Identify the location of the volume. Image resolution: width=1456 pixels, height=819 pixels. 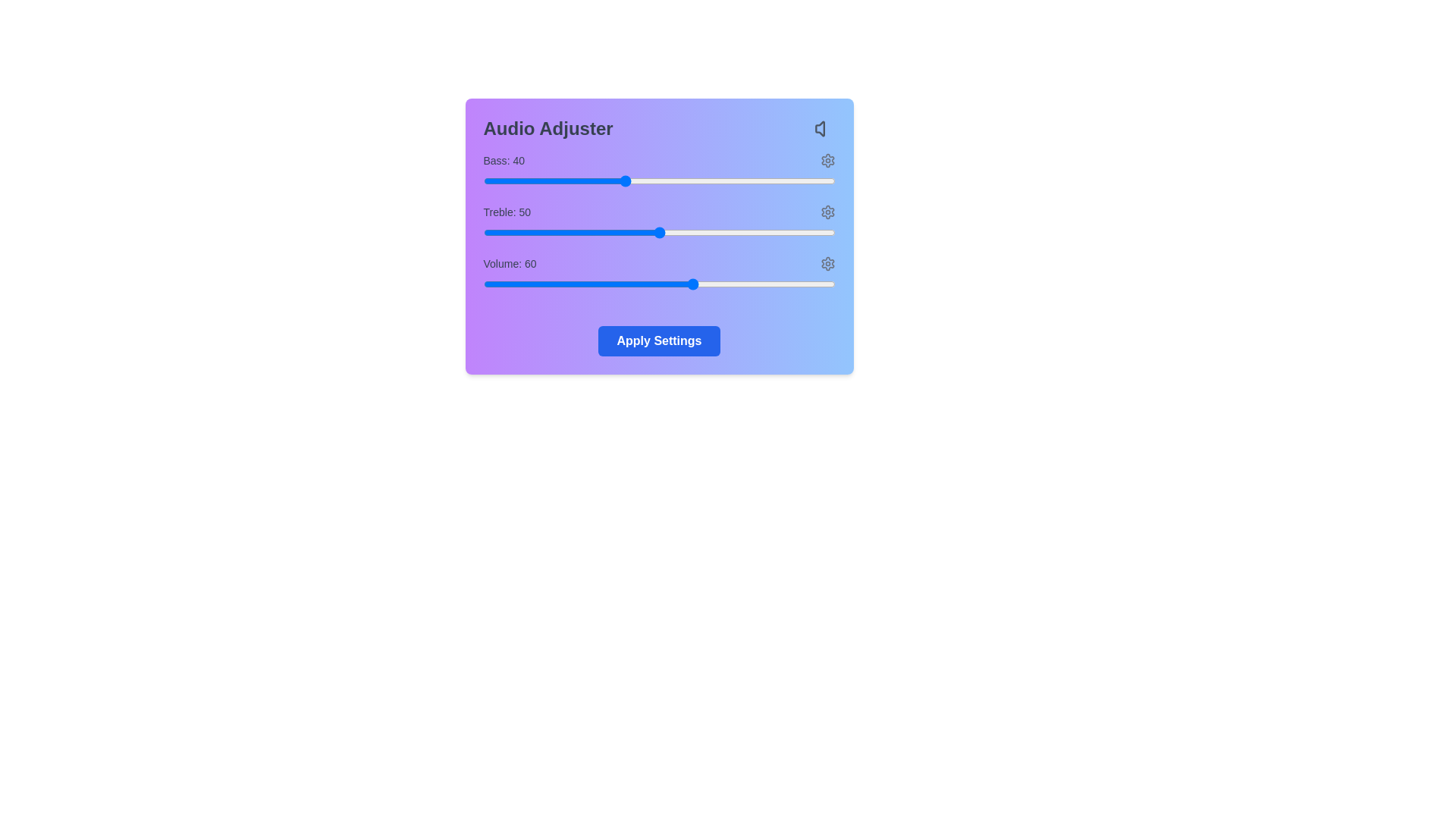
(581, 284).